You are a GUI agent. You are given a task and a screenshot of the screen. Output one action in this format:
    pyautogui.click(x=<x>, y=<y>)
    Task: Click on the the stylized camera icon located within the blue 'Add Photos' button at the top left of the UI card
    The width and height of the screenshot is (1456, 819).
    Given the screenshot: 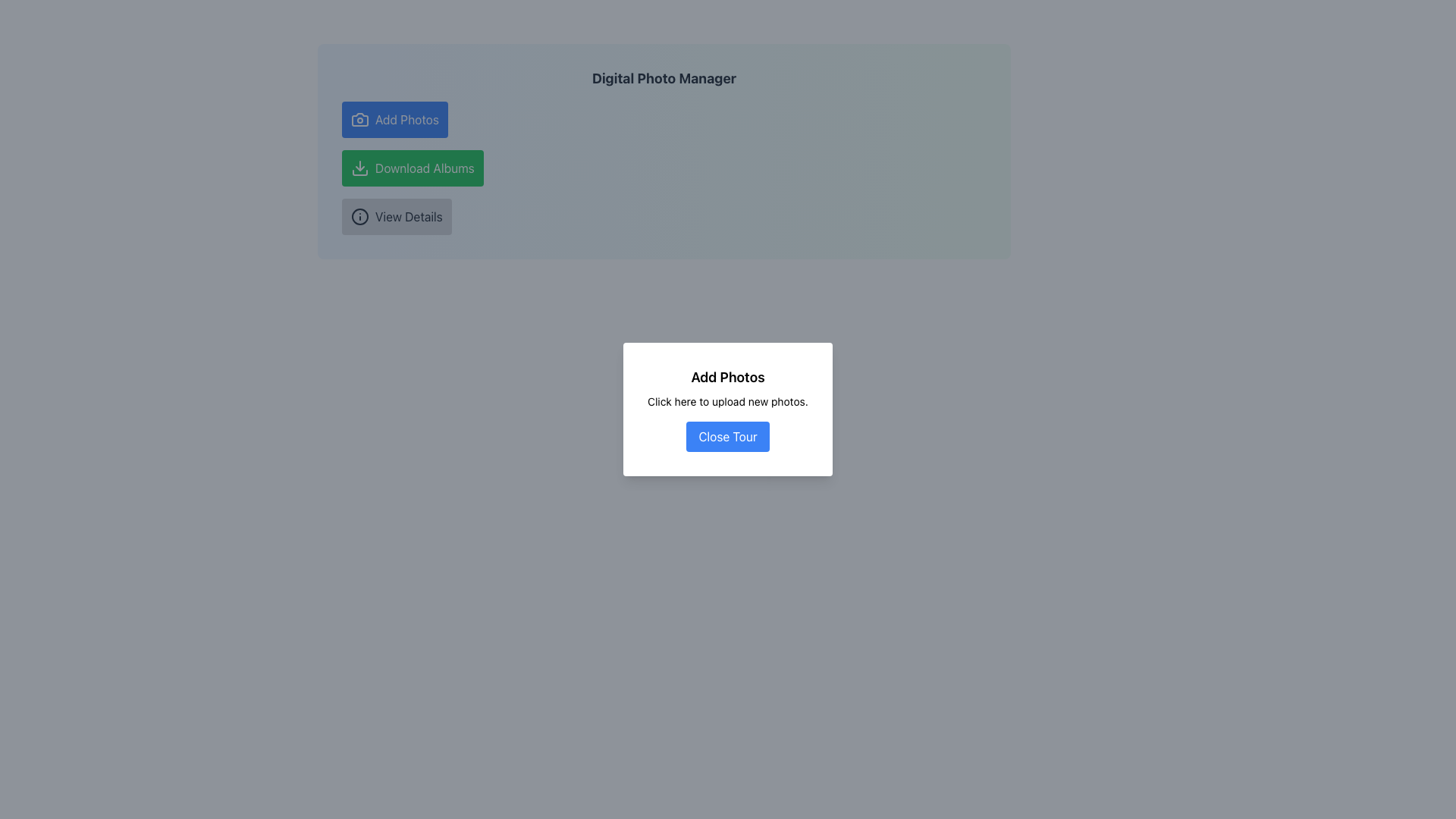 What is the action you would take?
    pyautogui.click(x=359, y=119)
    